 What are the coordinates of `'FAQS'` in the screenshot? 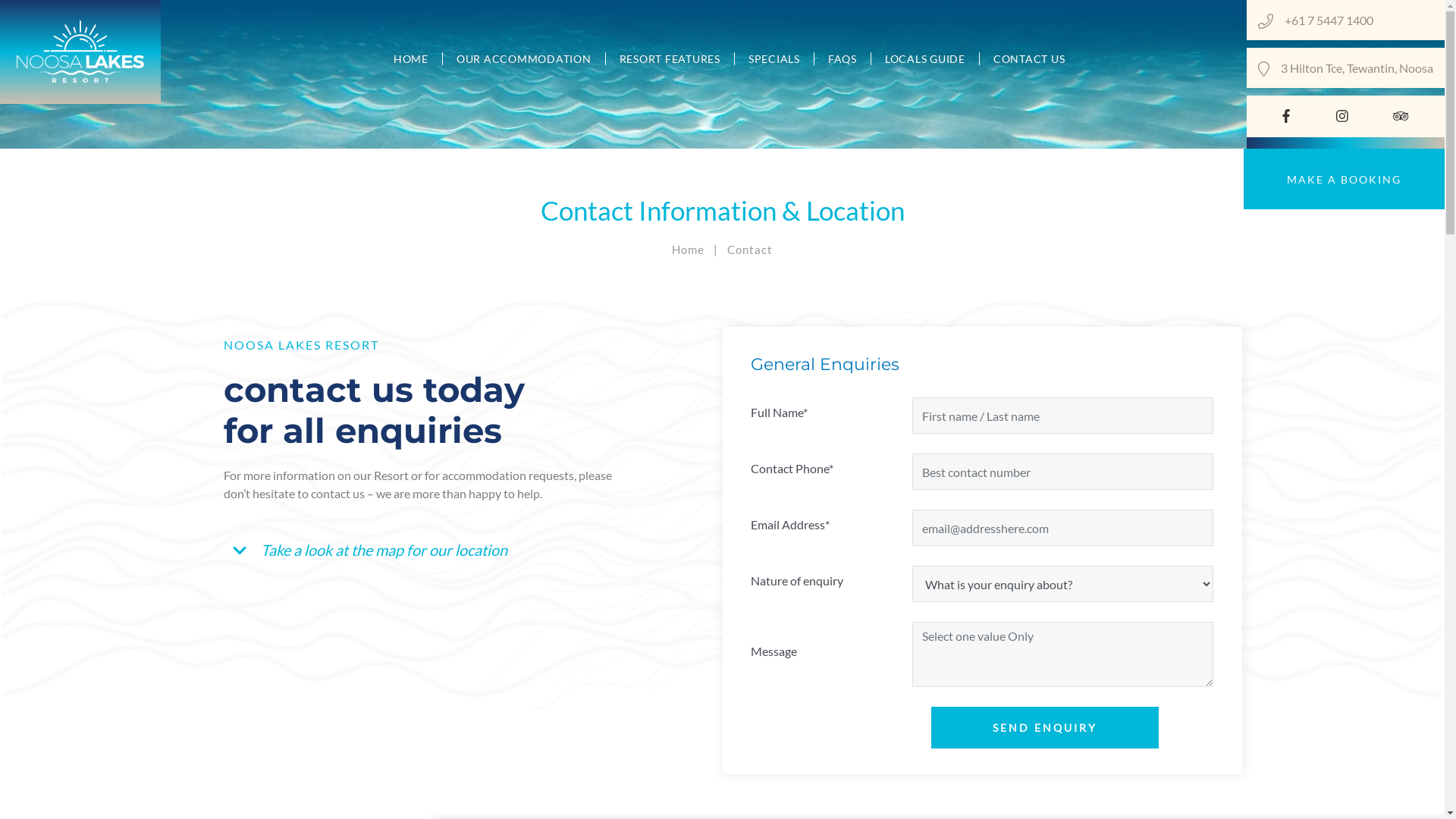 It's located at (842, 58).